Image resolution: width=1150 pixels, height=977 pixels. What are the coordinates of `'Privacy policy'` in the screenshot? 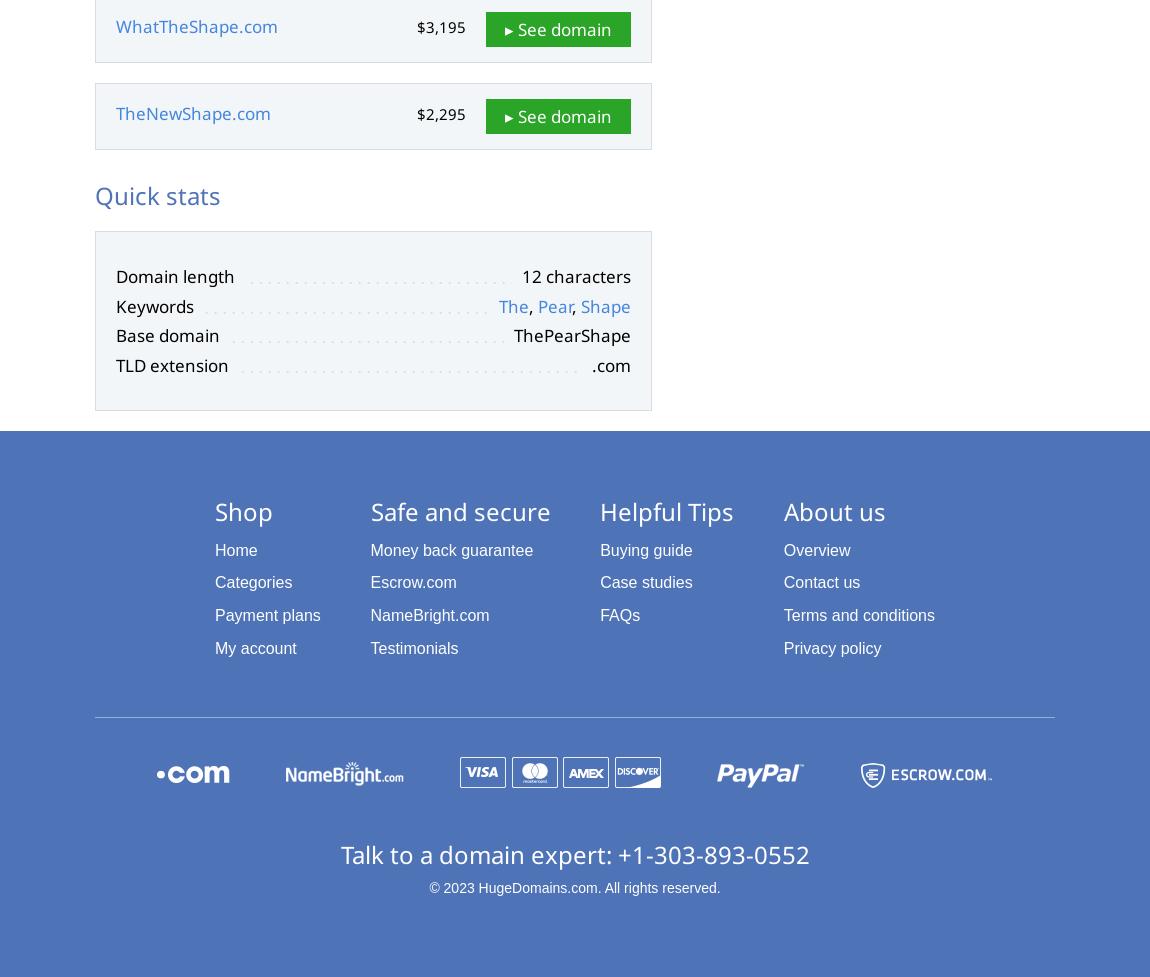 It's located at (831, 646).